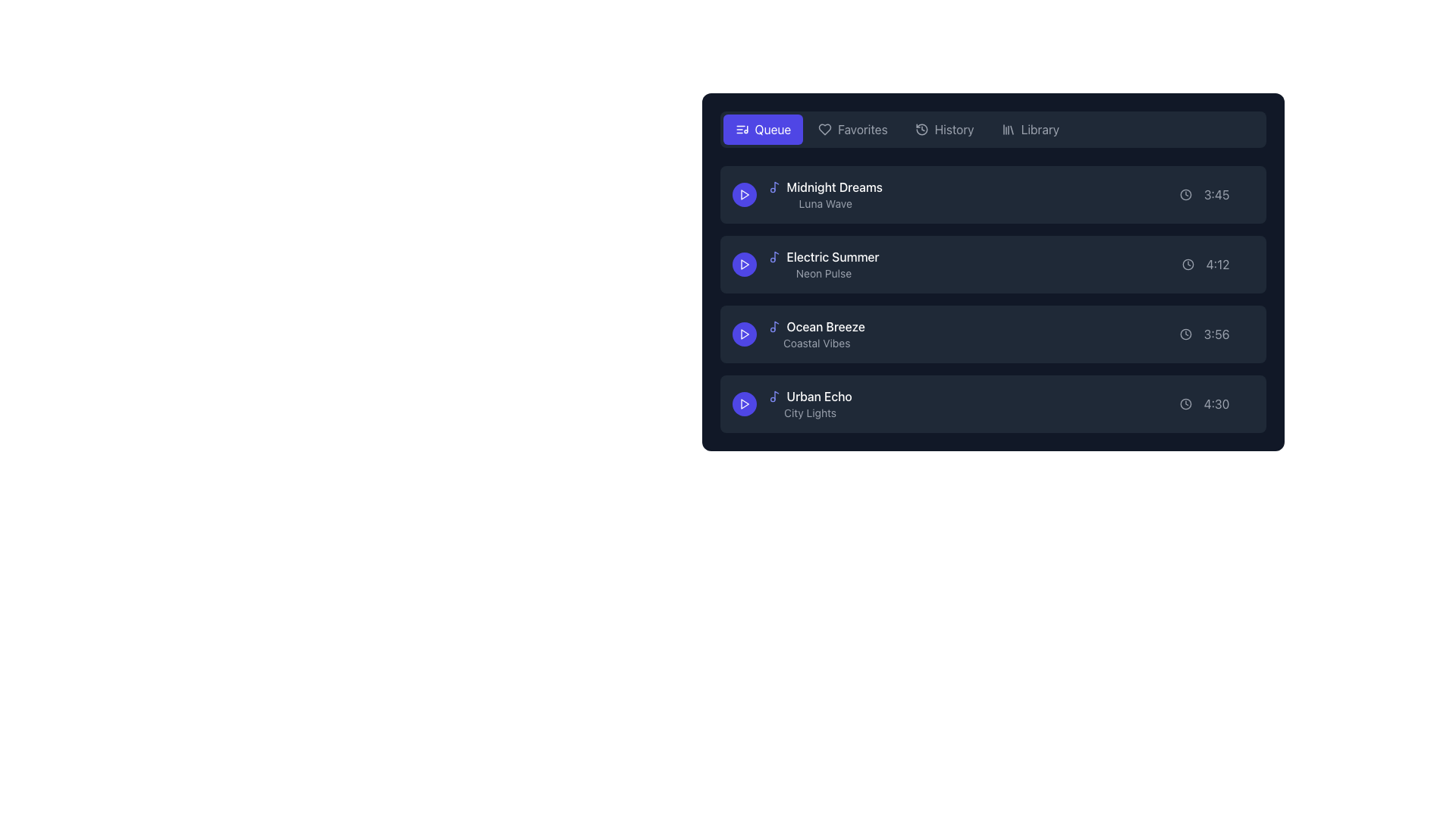 This screenshot has width=1456, height=819. What do you see at coordinates (852, 128) in the screenshot?
I see `the Favorites button, which is the second button in a horizontal list of four, positioned between the Queue and History buttons` at bounding box center [852, 128].